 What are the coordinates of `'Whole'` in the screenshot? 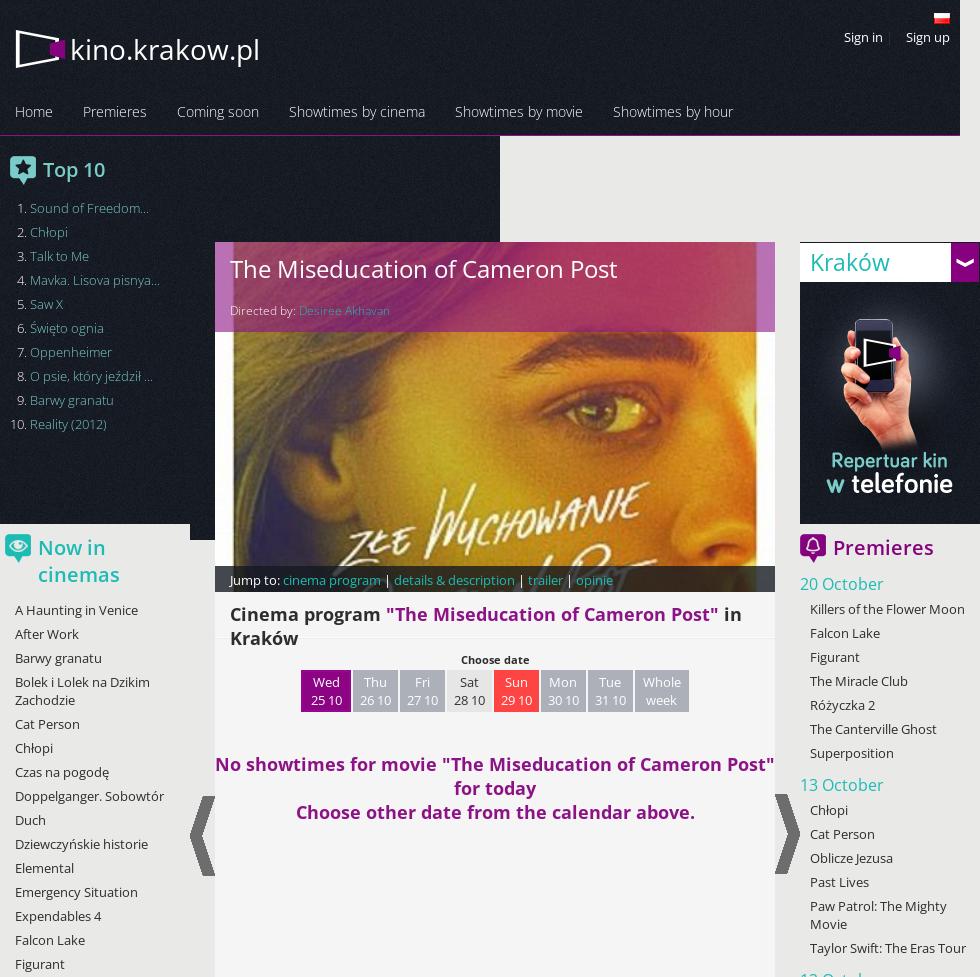 It's located at (661, 682).